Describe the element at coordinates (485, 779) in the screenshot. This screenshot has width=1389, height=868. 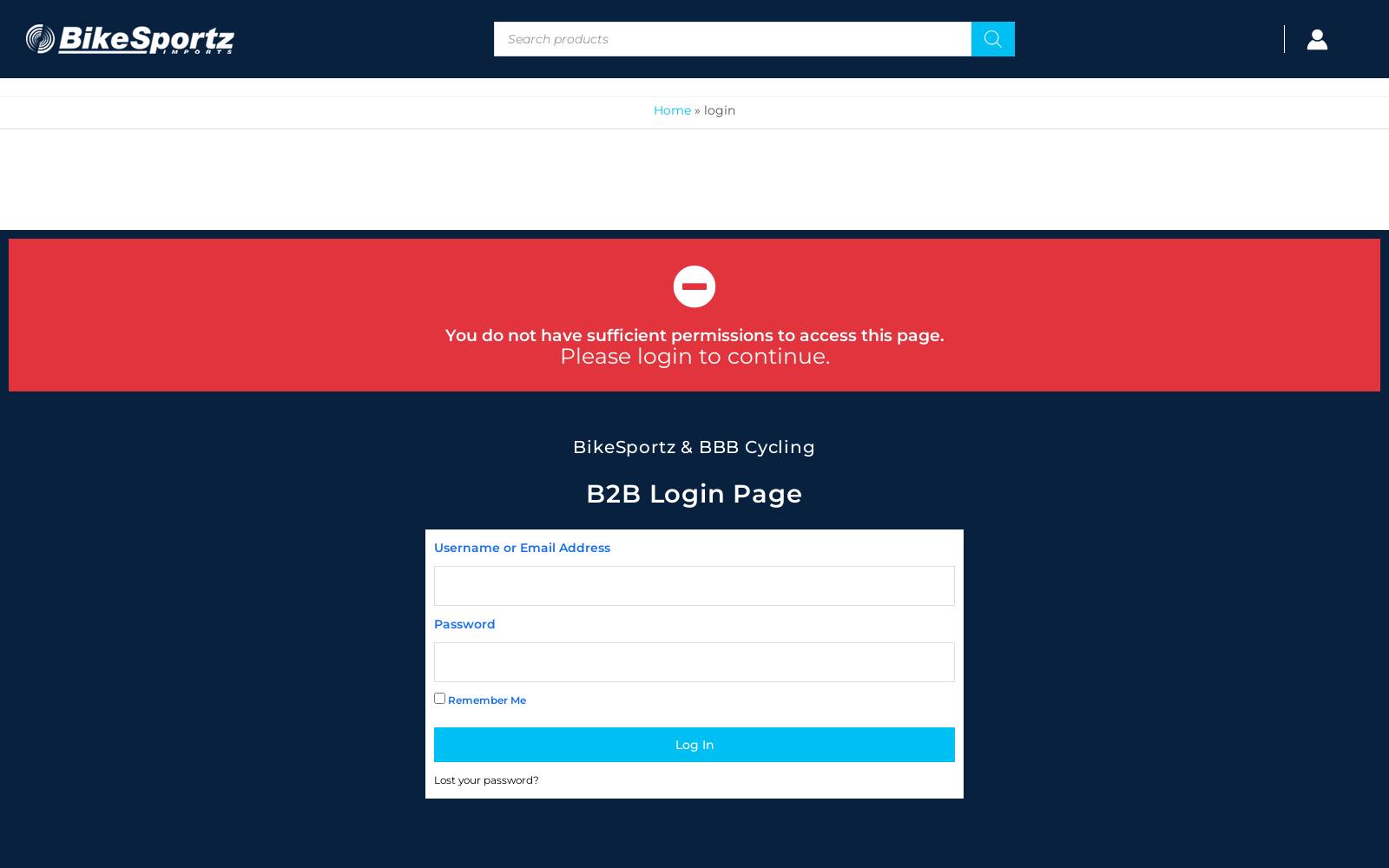
I see `'Lost your password?'` at that location.